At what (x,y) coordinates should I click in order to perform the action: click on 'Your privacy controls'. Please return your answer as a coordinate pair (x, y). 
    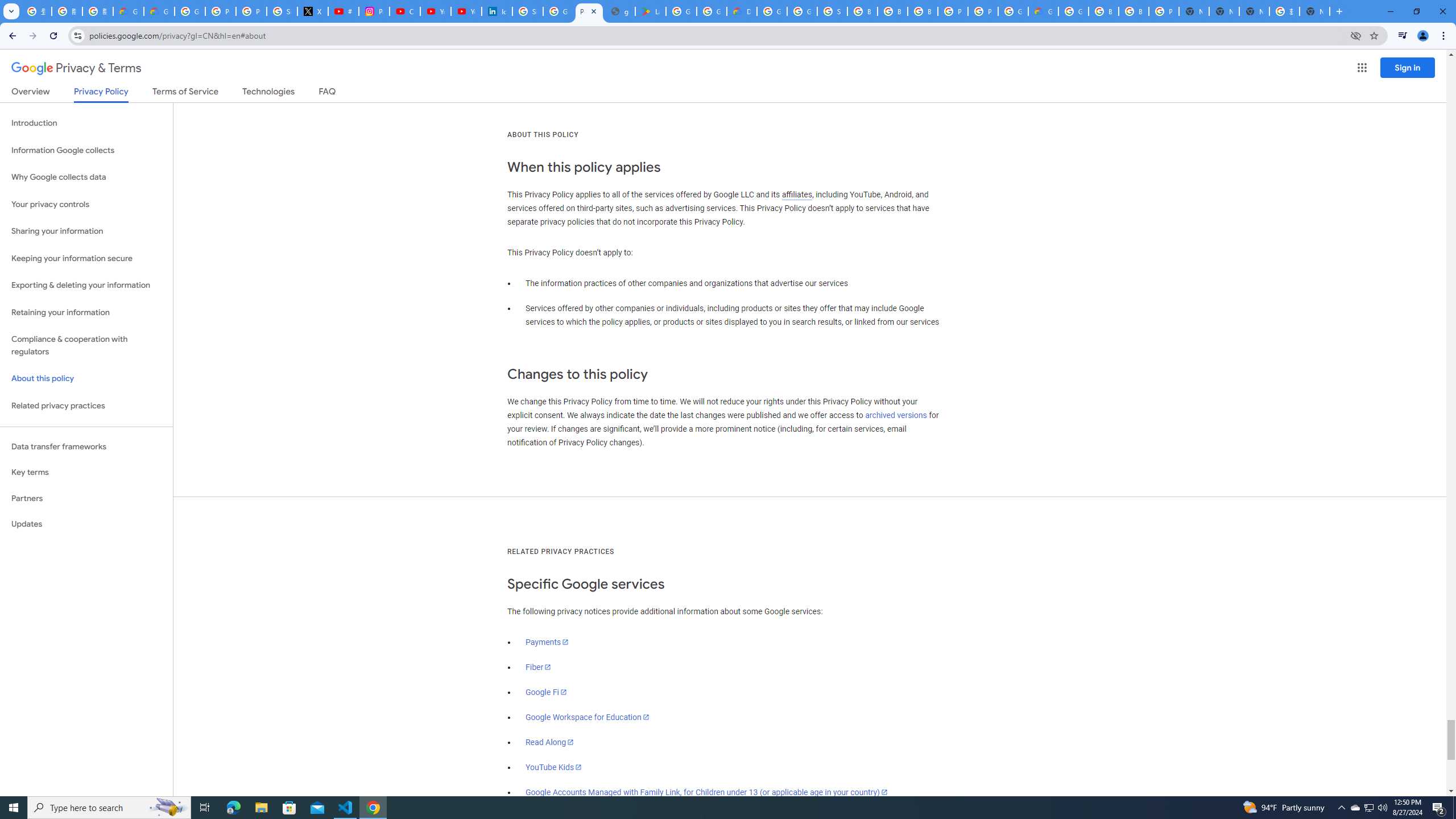
    Looking at the image, I should click on (86, 205).